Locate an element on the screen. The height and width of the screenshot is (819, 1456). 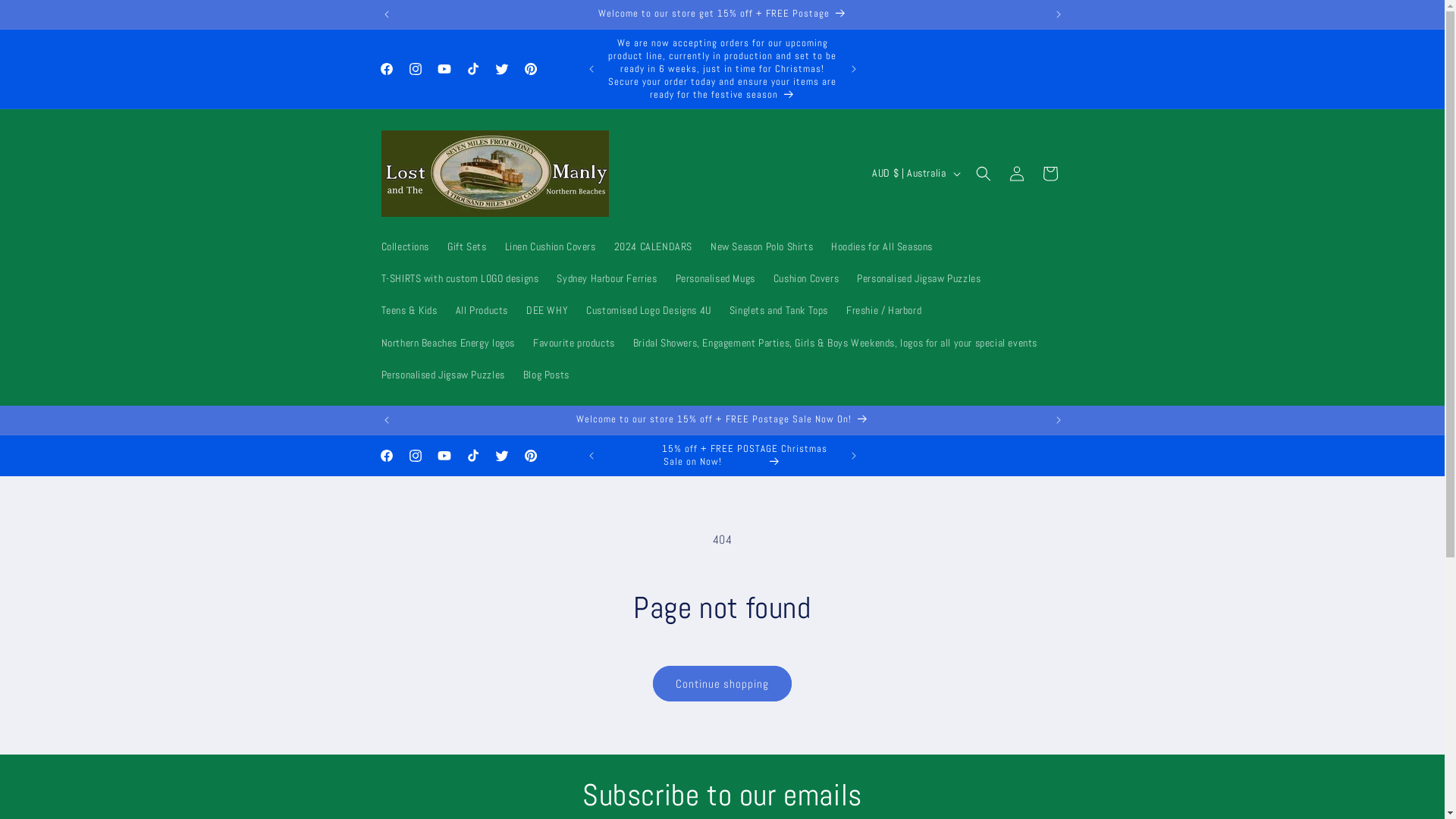
'T-SHIRTS with custom LOGO designs' is located at coordinates (371, 278).